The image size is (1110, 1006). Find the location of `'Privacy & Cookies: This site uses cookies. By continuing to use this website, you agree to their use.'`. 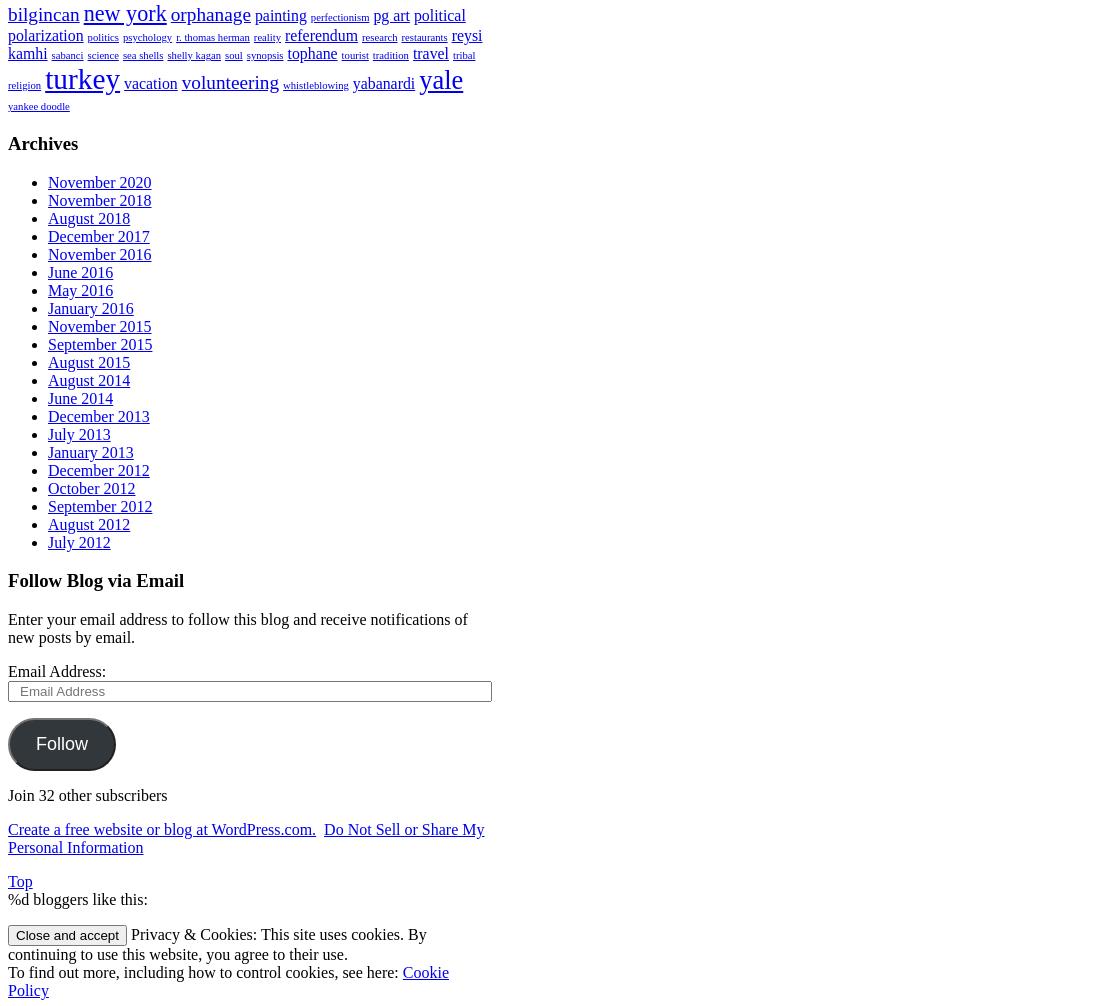

'Privacy & Cookies: This site uses cookies. By continuing to use this website, you agree to their use.' is located at coordinates (216, 943).